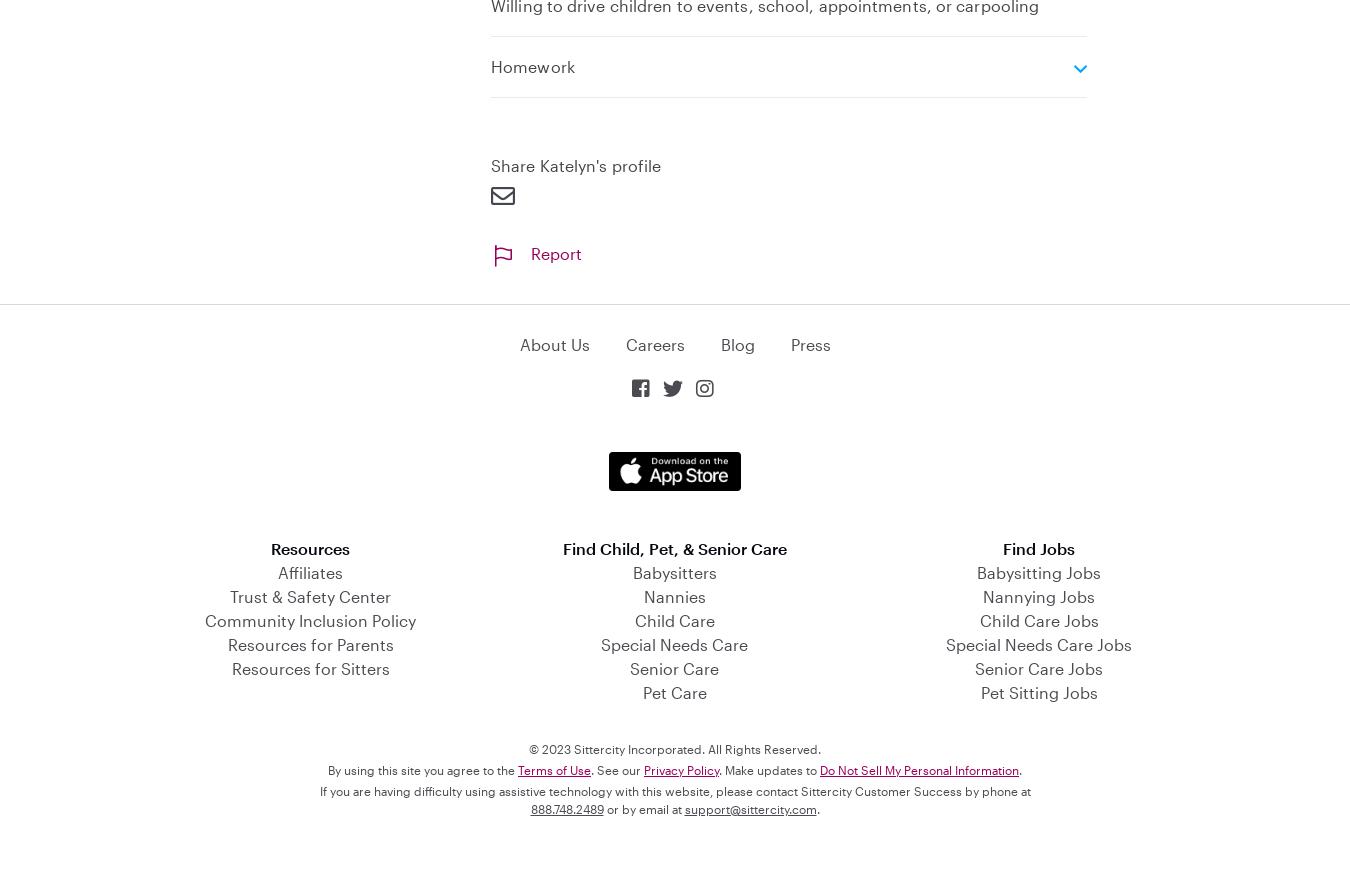 This screenshot has width=1350, height=869. I want to click on 'Nannying Jobs', so click(1038, 595).